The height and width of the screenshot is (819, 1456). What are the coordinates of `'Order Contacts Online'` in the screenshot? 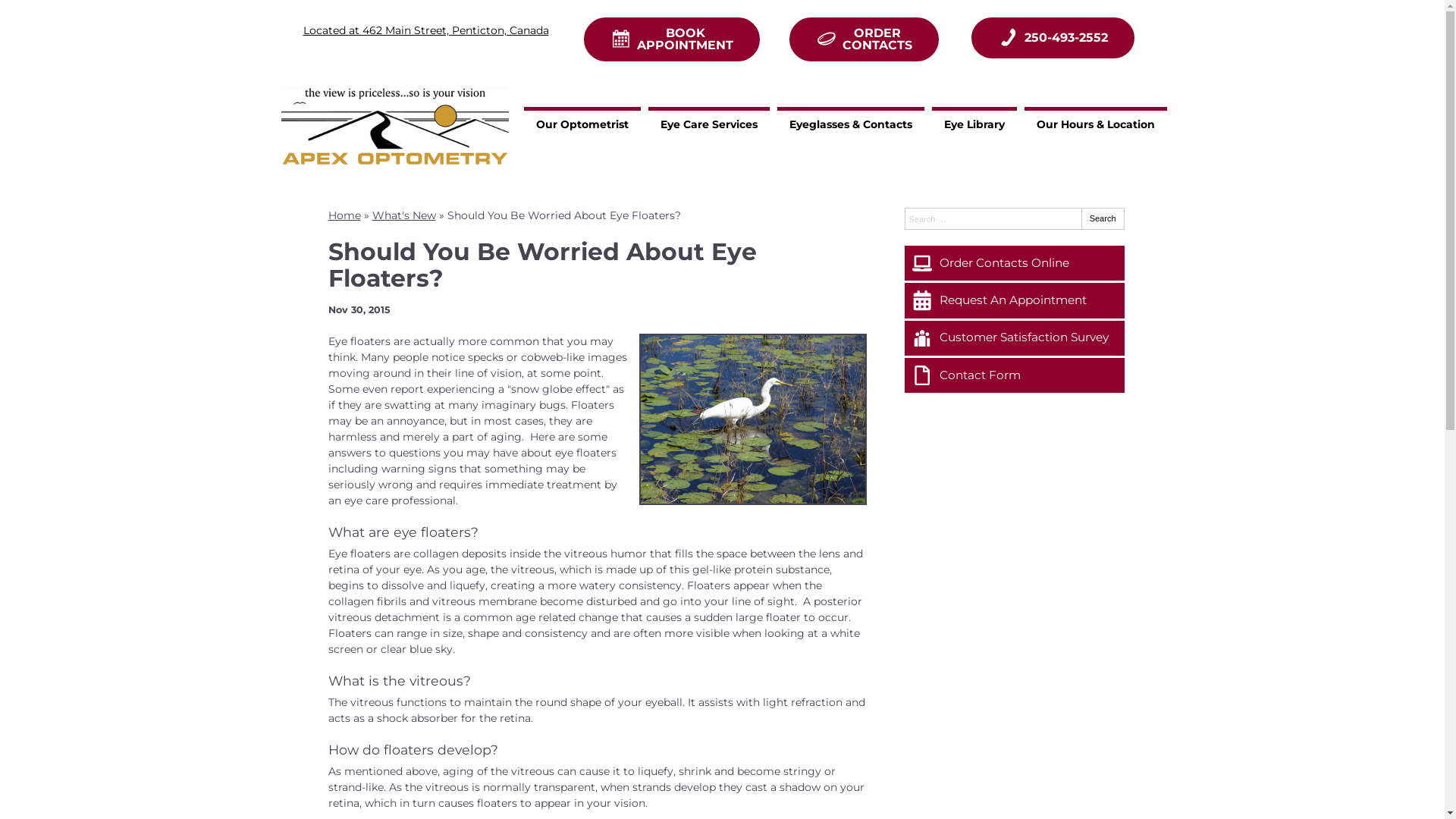 It's located at (1014, 262).